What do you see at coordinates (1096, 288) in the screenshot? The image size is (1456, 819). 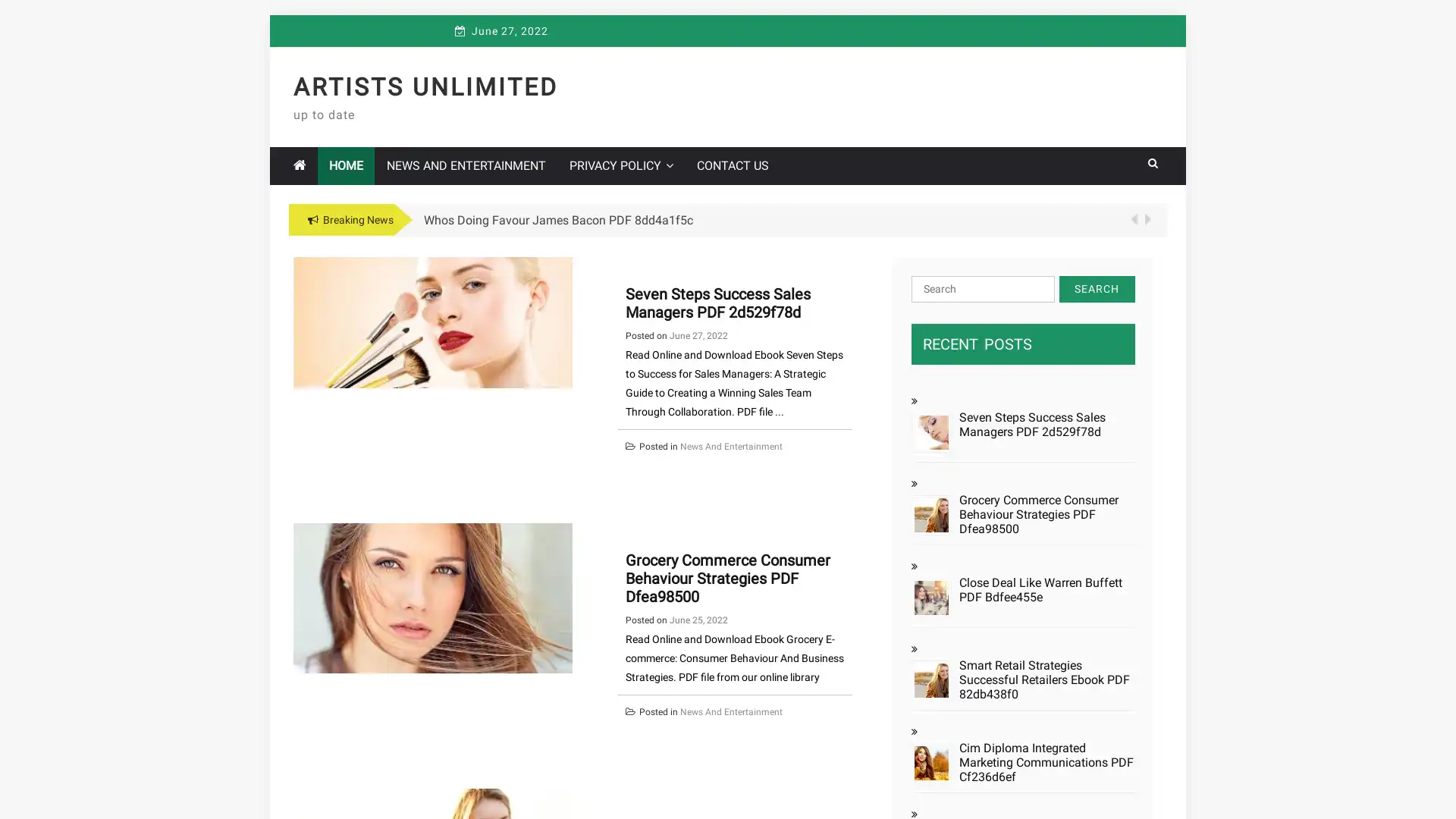 I see `Search` at bounding box center [1096, 288].